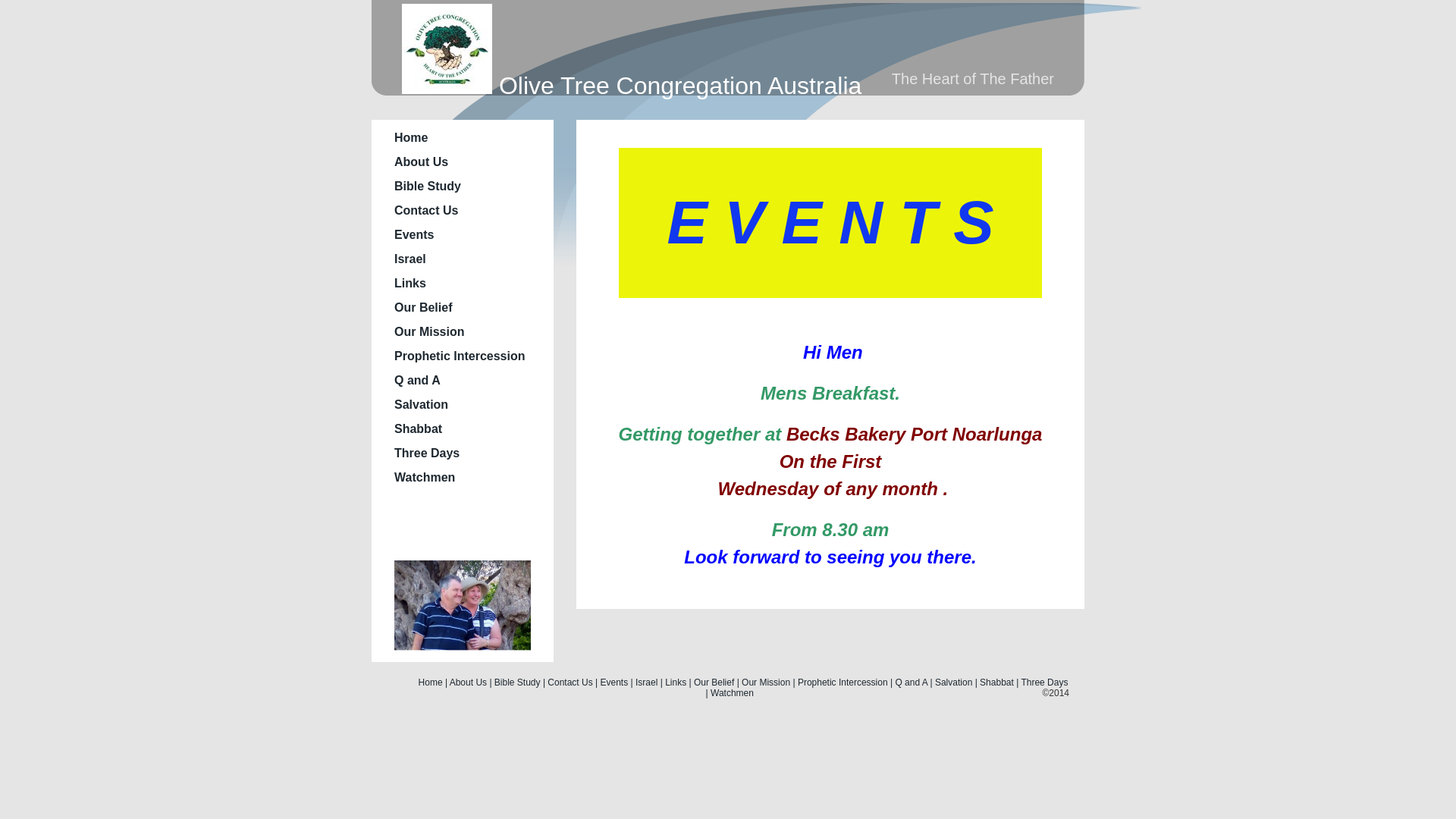 The width and height of the screenshot is (1456, 819). Describe the element at coordinates (421, 162) in the screenshot. I see `'About Us'` at that location.